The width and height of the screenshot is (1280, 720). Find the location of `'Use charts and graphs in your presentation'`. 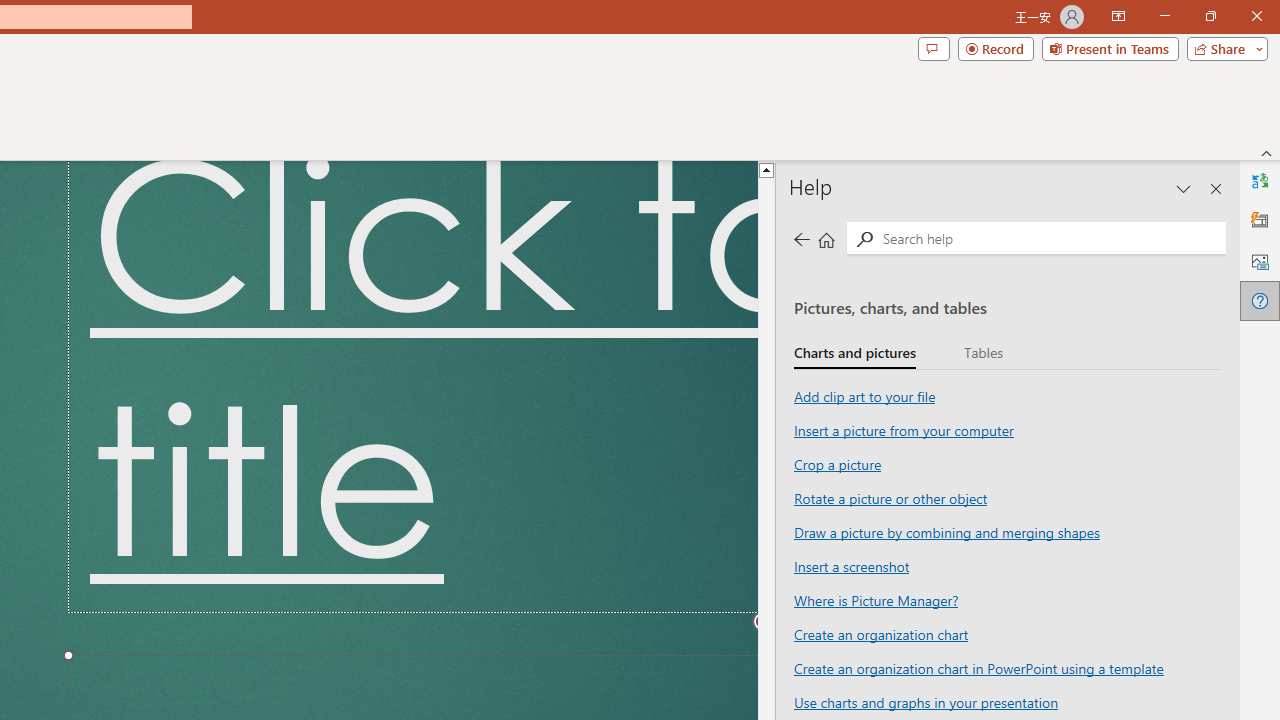

'Use charts and graphs in your presentation' is located at coordinates (925, 701).